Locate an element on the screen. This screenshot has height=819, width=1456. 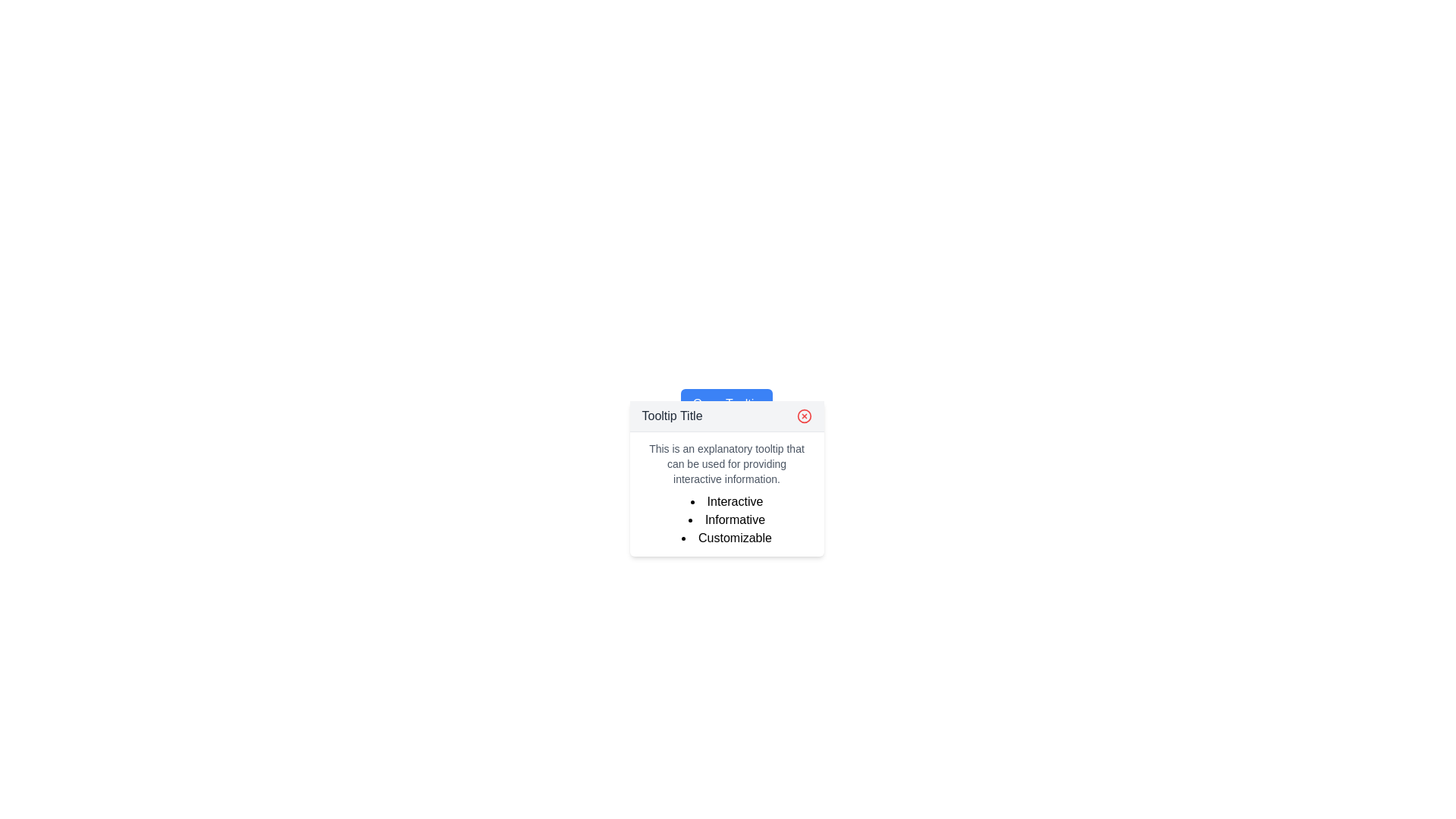
the close button located in the top-right corner of the tooltip dialog is located at coordinates (803, 416).